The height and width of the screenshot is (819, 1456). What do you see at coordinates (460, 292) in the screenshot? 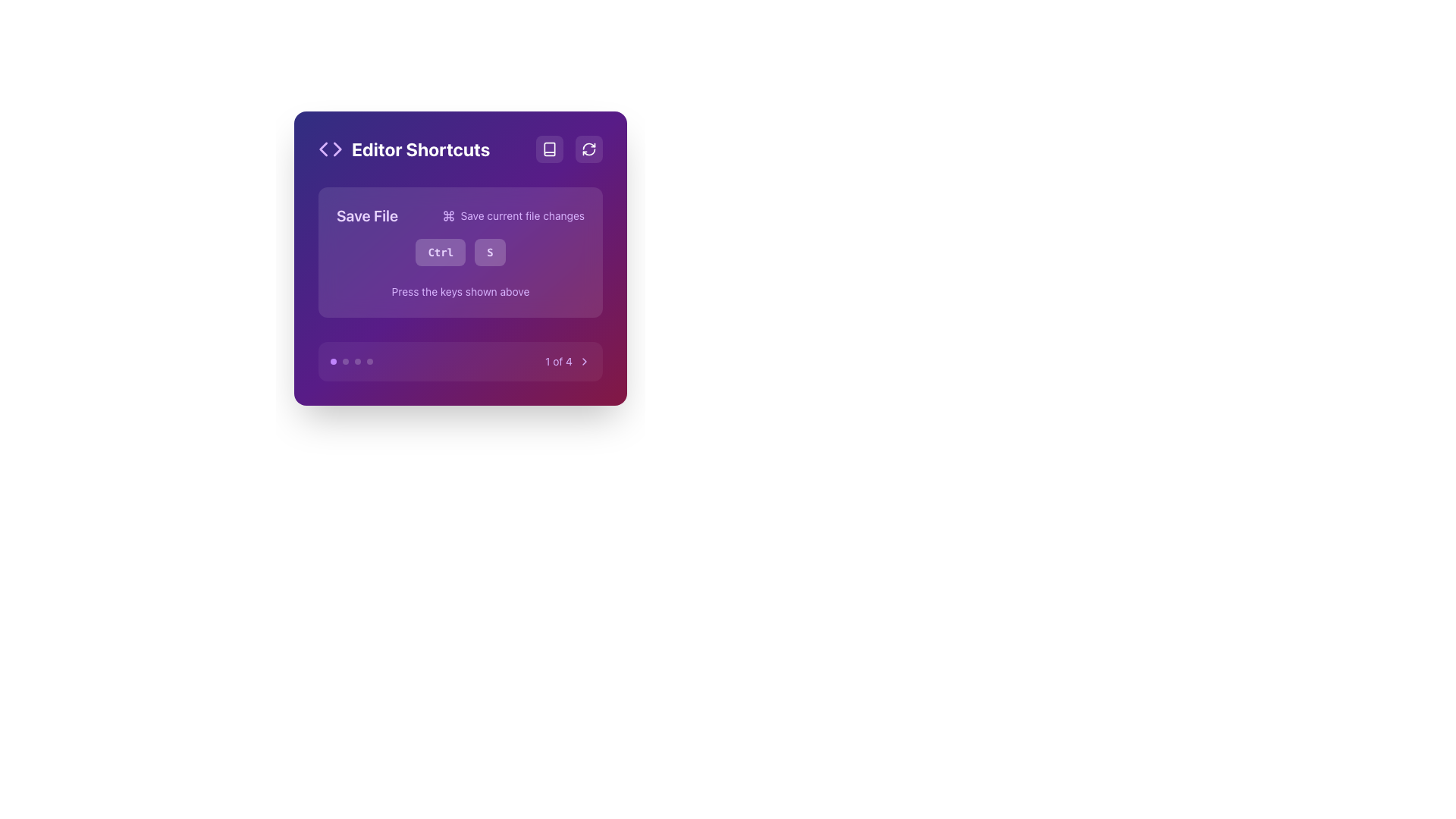
I see `the static text label that reads 'Press the keys shown above', which is styled in a small purple font and located below the 'Ctrl S' keyboard shortcut indicators` at bounding box center [460, 292].